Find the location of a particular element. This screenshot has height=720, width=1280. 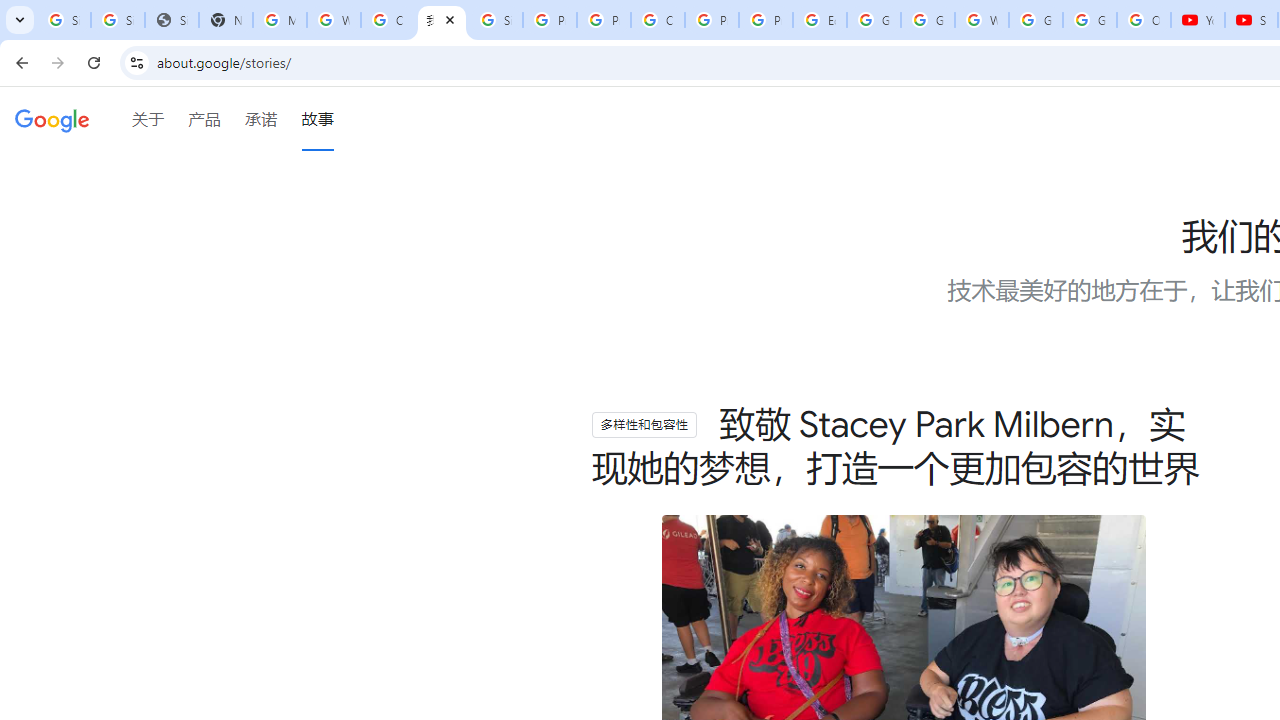

'Google' is located at coordinates (52, 121).